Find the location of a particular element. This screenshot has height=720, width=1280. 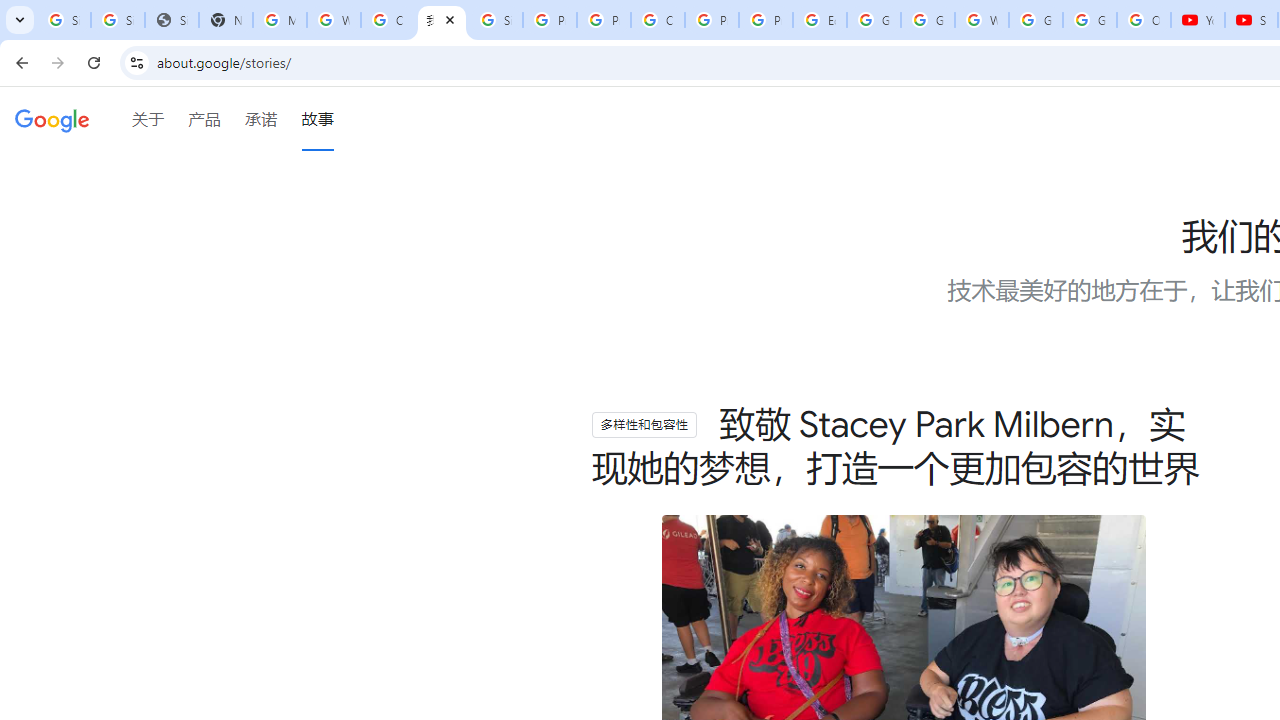

'Google' is located at coordinates (52, 121).